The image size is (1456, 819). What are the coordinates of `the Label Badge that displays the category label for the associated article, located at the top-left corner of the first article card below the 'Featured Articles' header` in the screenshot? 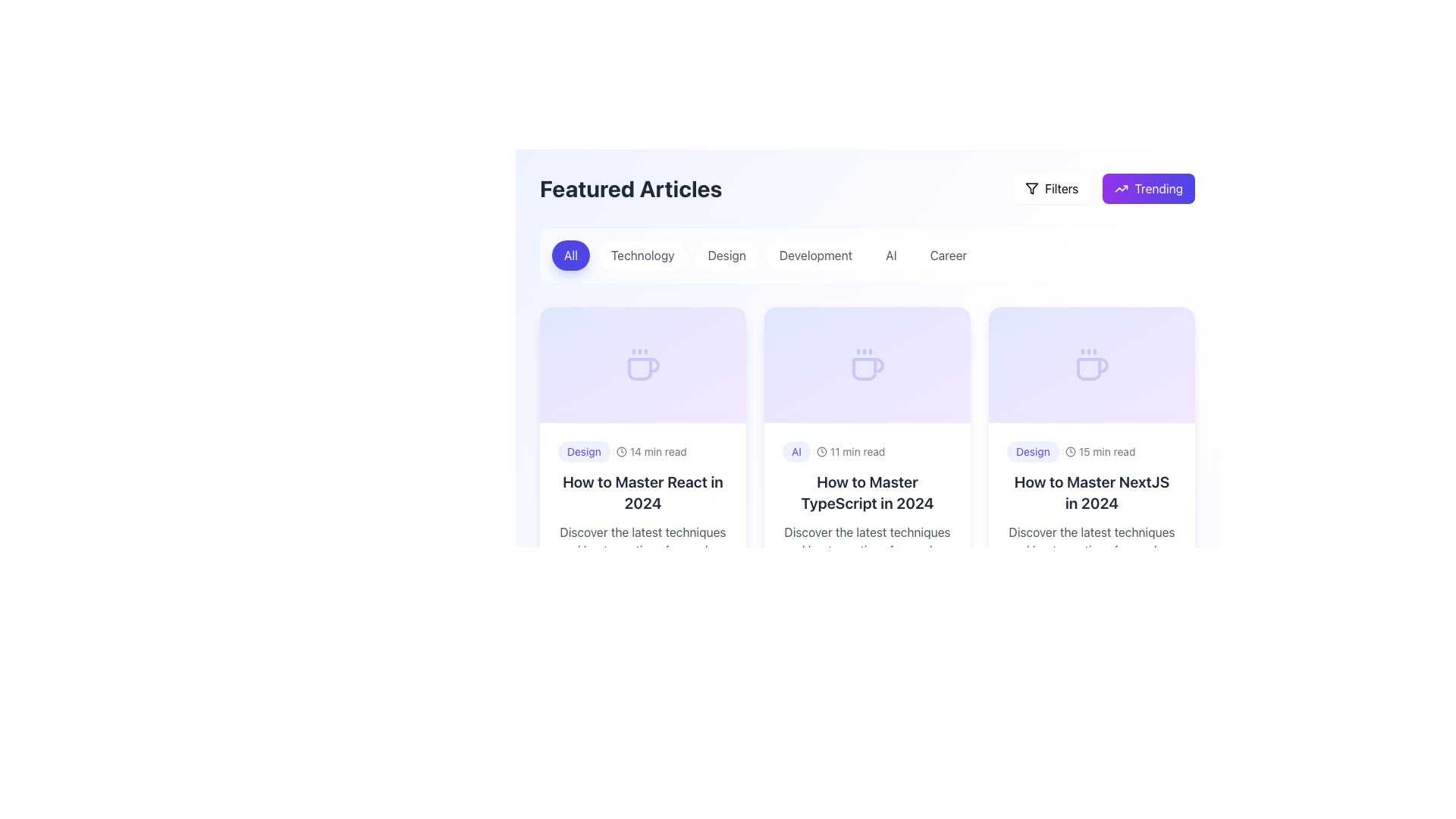 It's located at (583, 451).